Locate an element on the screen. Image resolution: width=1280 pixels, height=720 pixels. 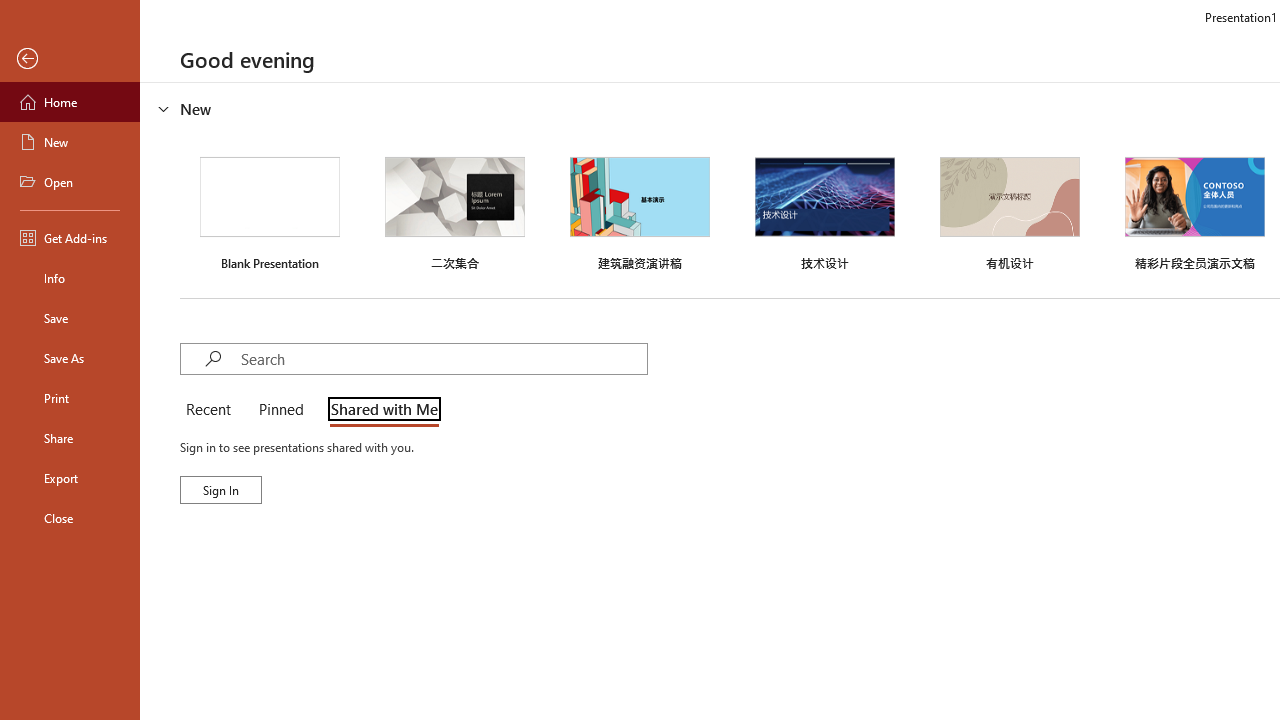
'New' is located at coordinates (69, 140).